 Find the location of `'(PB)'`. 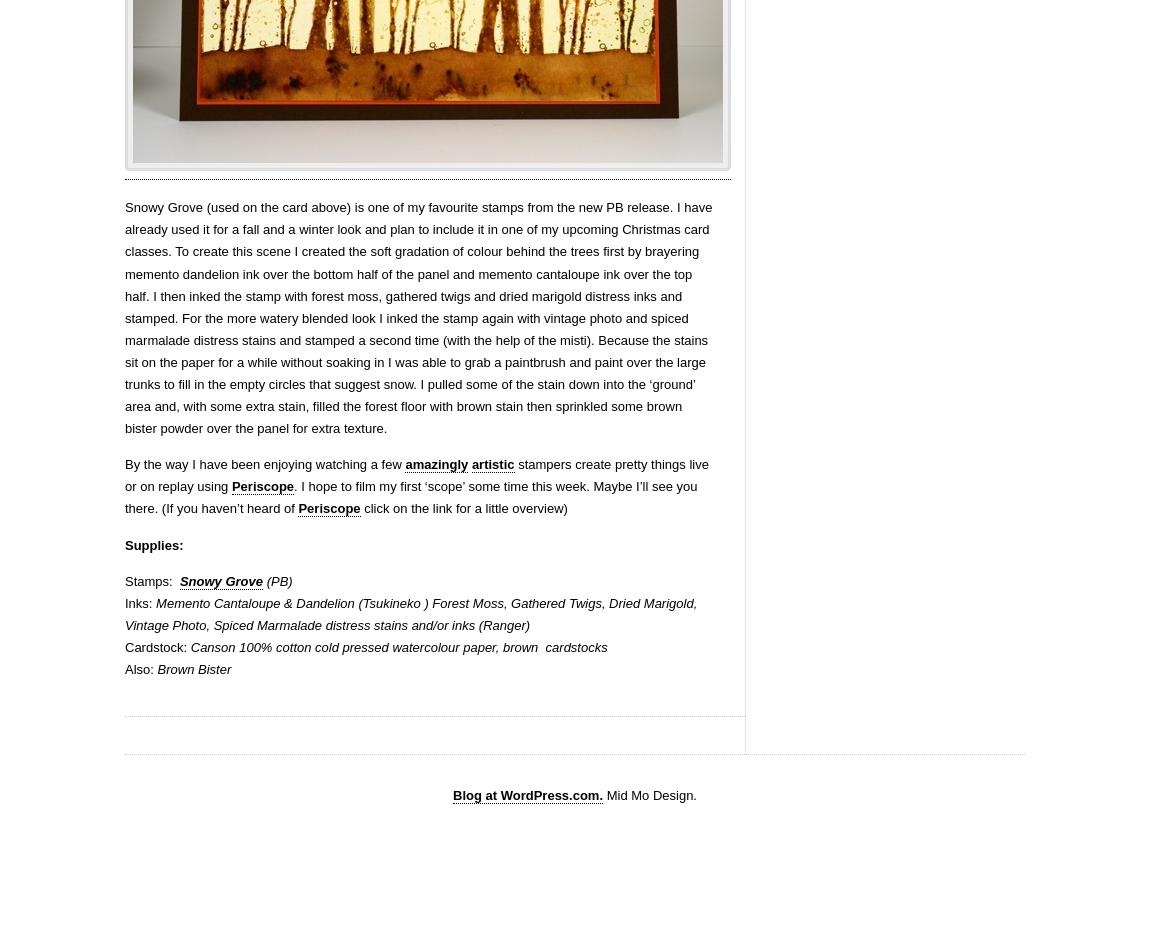

'(PB)' is located at coordinates (264, 580).